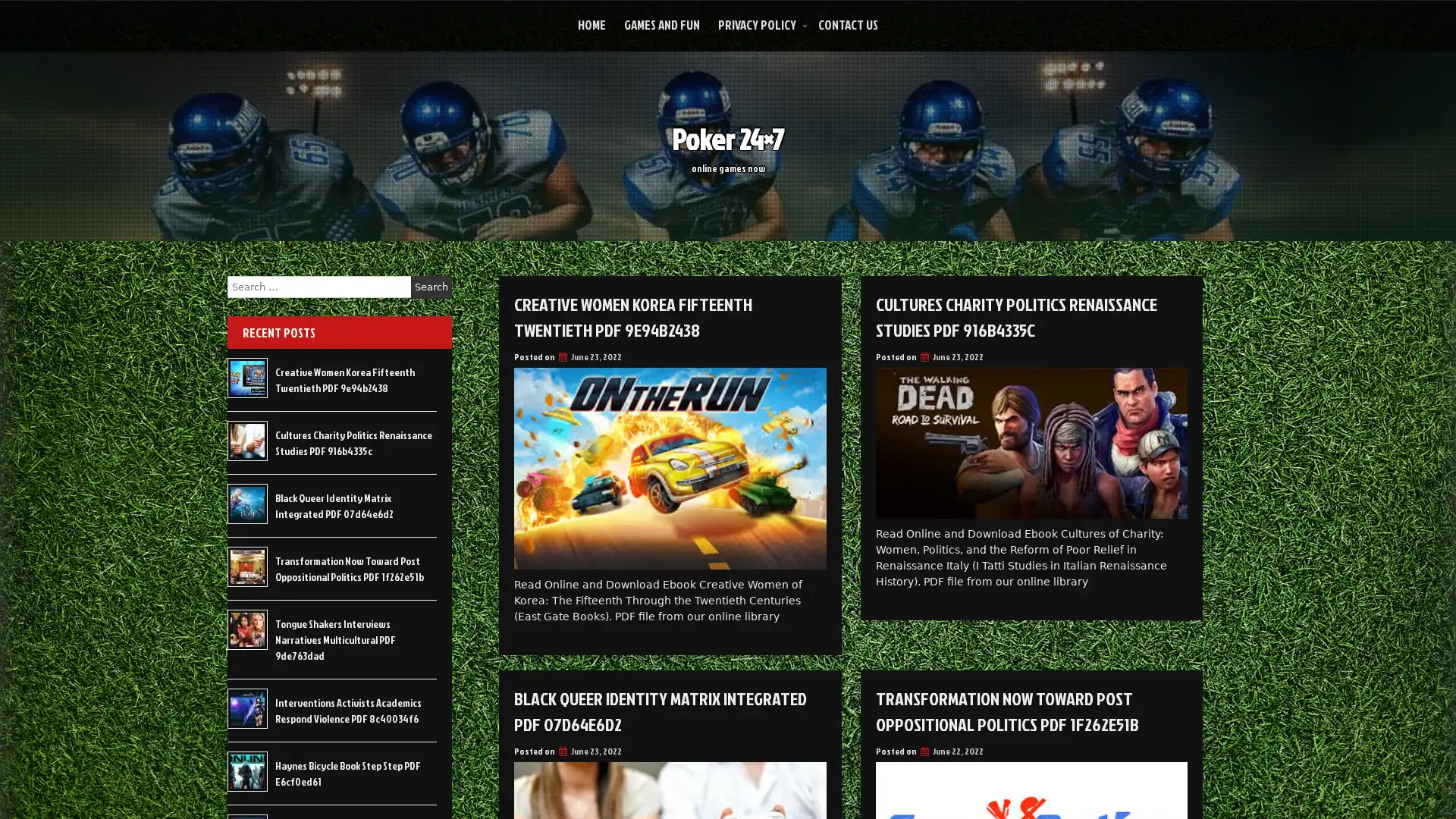 The image size is (1456, 819). Describe the element at coordinates (431, 287) in the screenshot. I see `Search` at that location.